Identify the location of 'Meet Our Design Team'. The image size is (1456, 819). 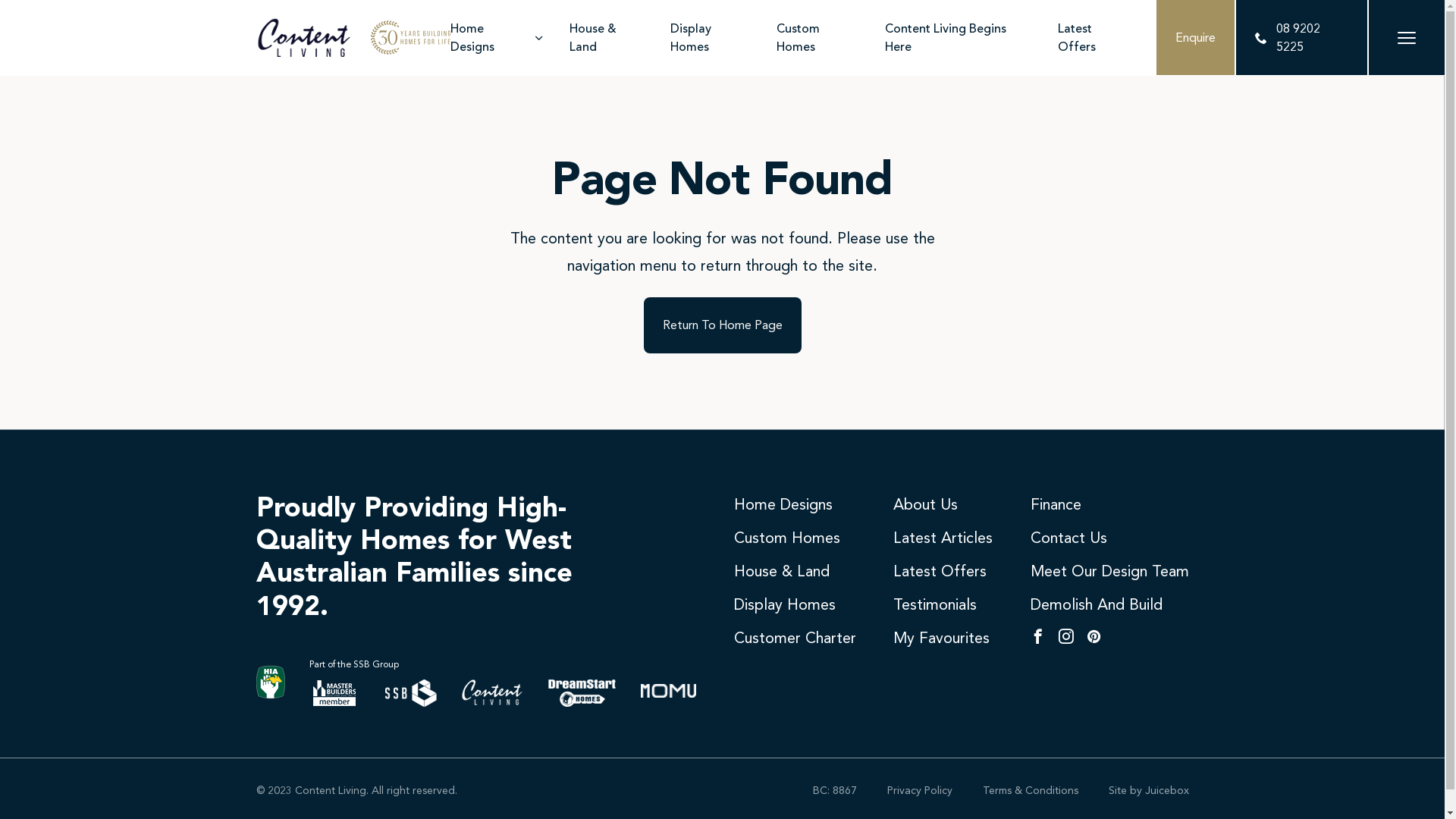
(1030, 570).